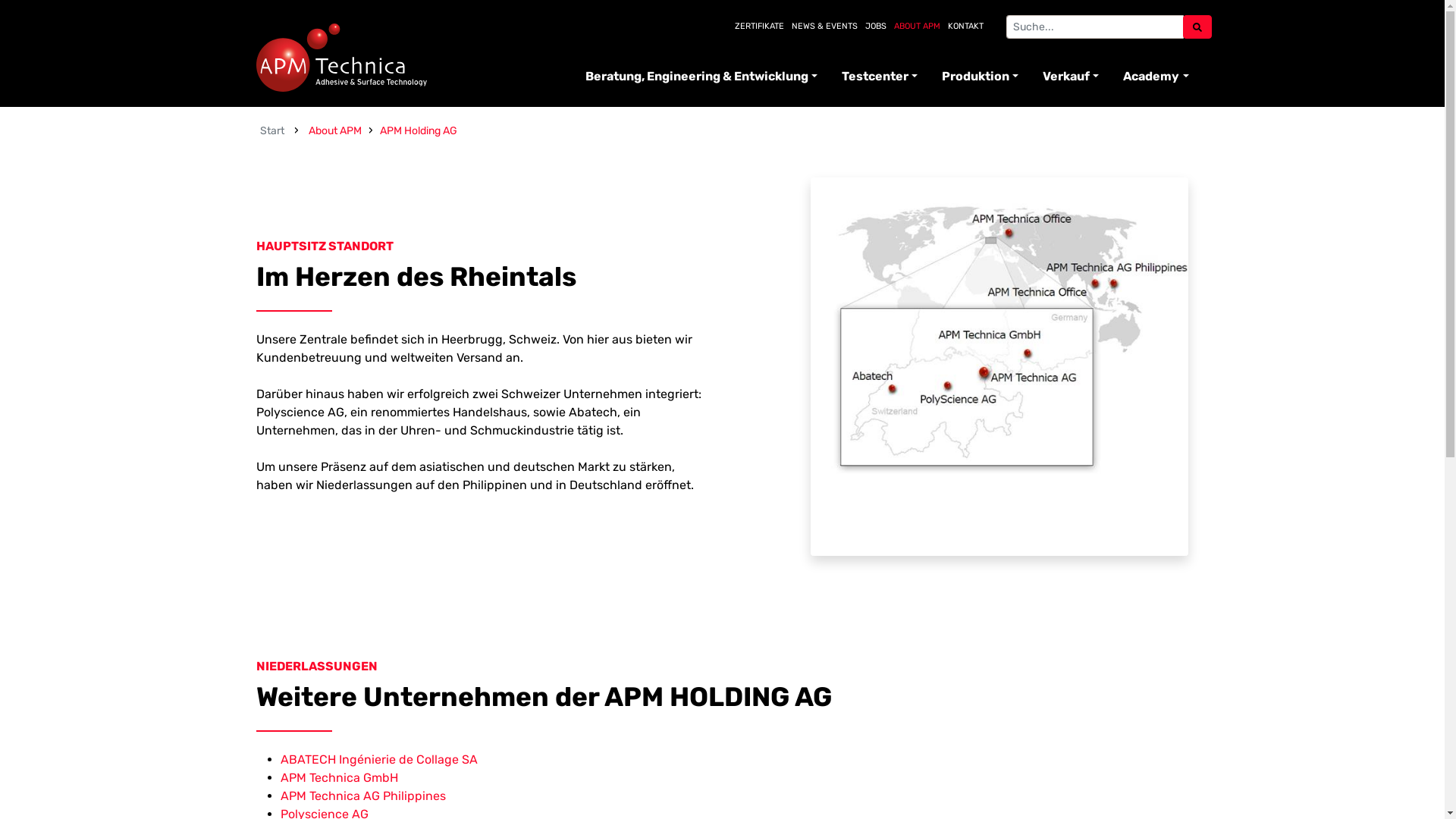 This screenshot has height=819, width=1456. I want to click on 'ABOUT APM', so click(915, 26).